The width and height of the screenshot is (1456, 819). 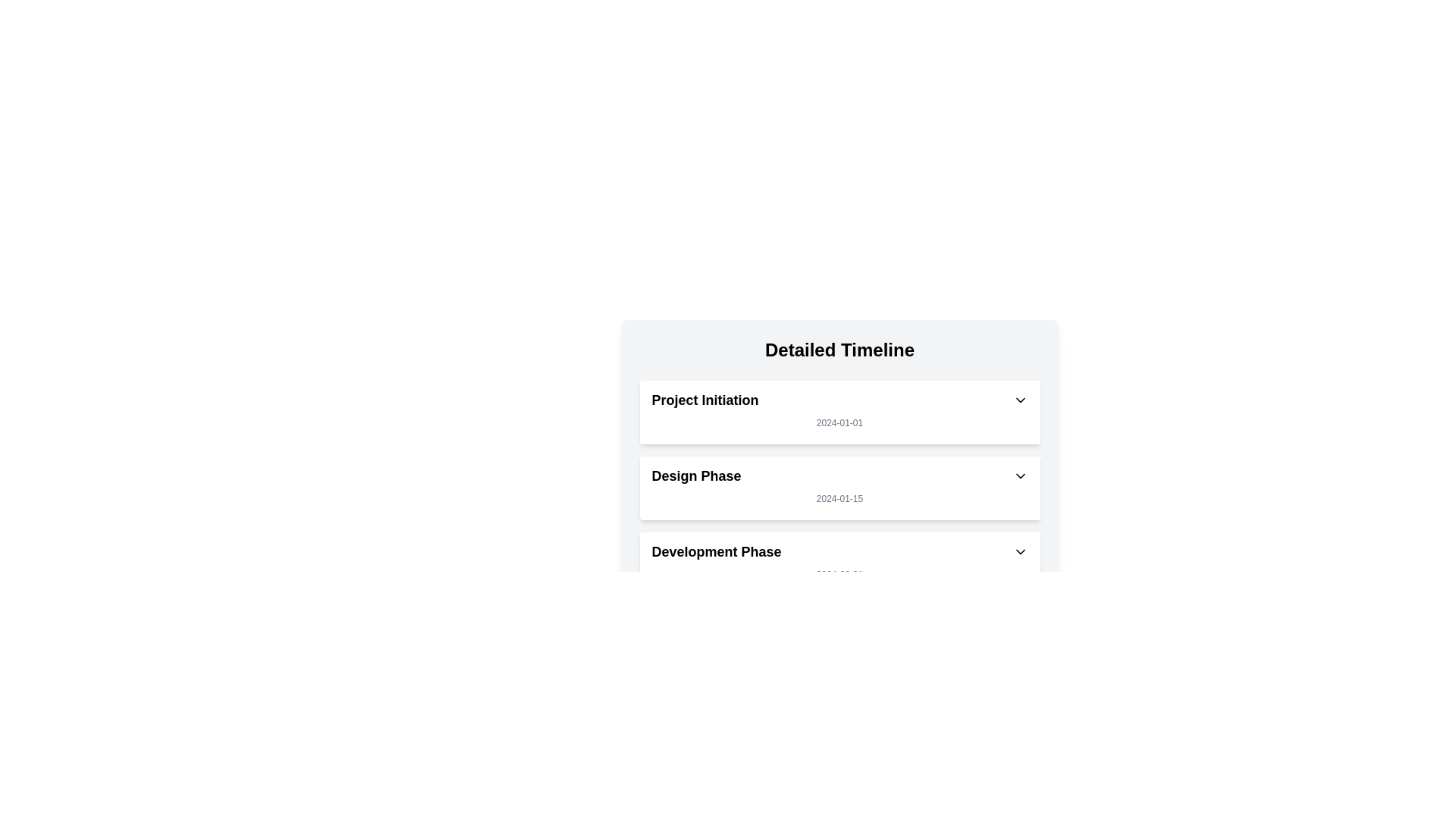 What do you see at coordinates (1020, 475) in the screenshot?
I see `the button located at the rightmost end of the 'Design Phase' row` at bounding box center [1020, 475].